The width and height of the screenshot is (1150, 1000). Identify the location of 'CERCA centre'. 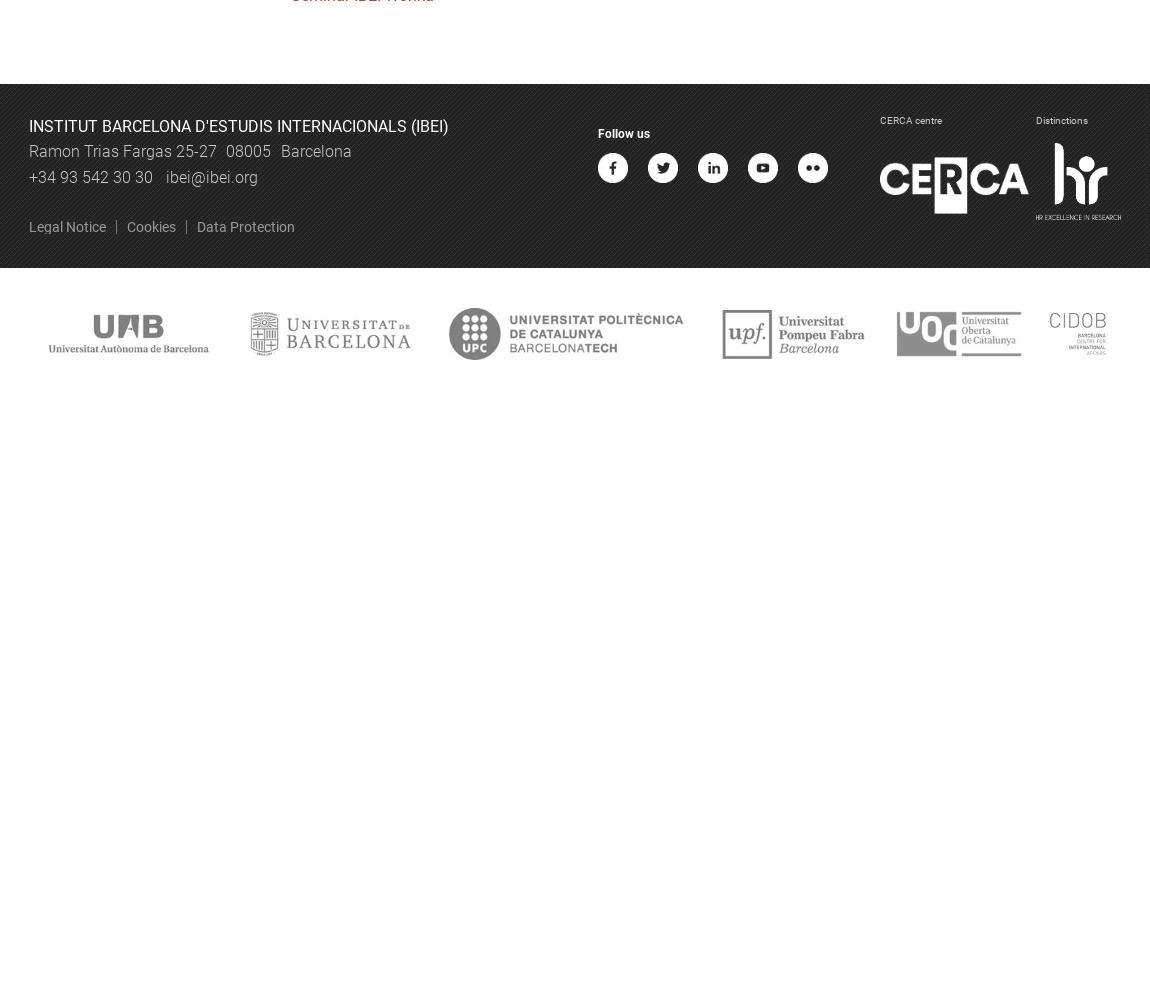
(879, 119).